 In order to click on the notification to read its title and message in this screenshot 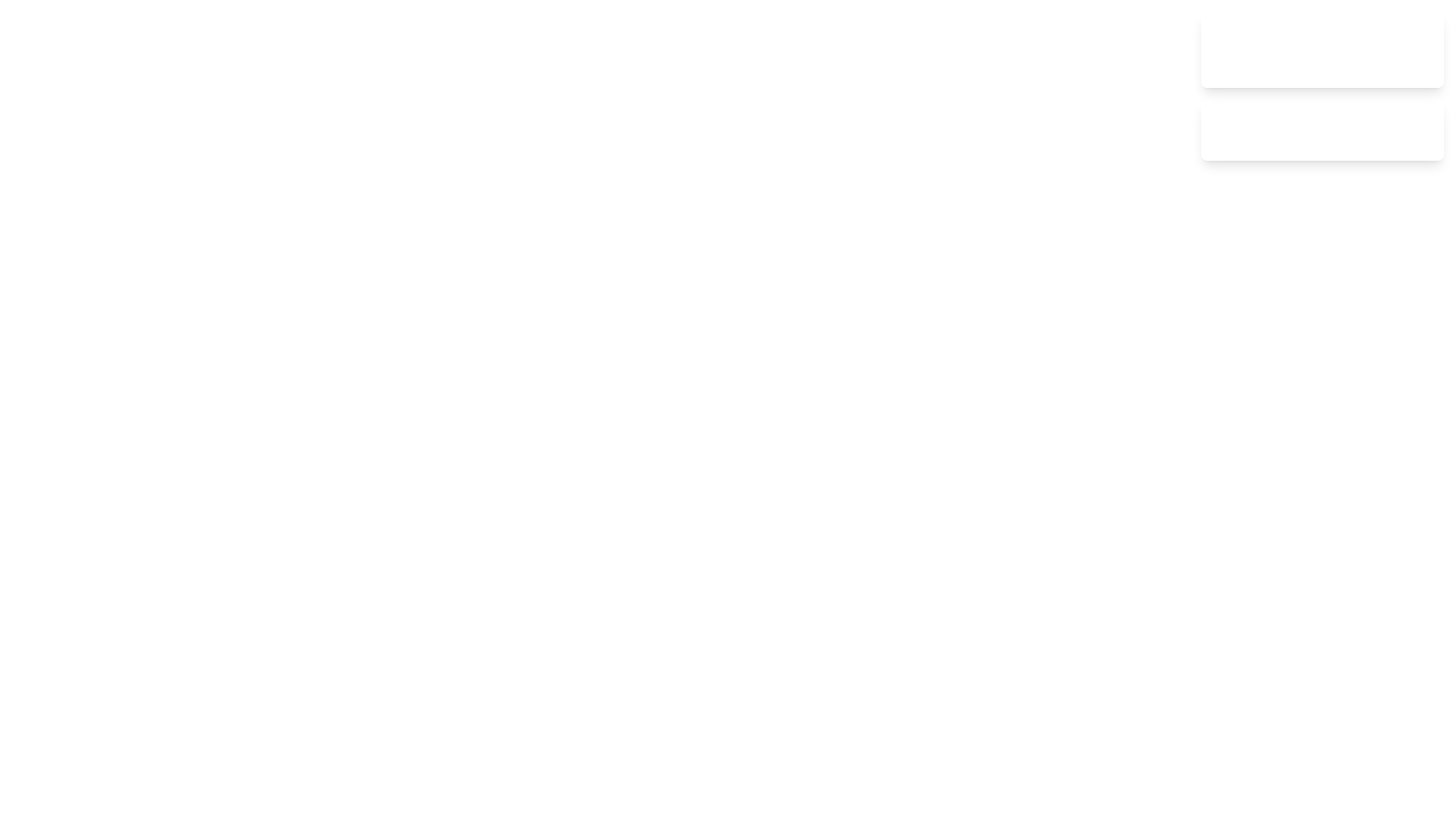, I will do `click(1321, 49)`.